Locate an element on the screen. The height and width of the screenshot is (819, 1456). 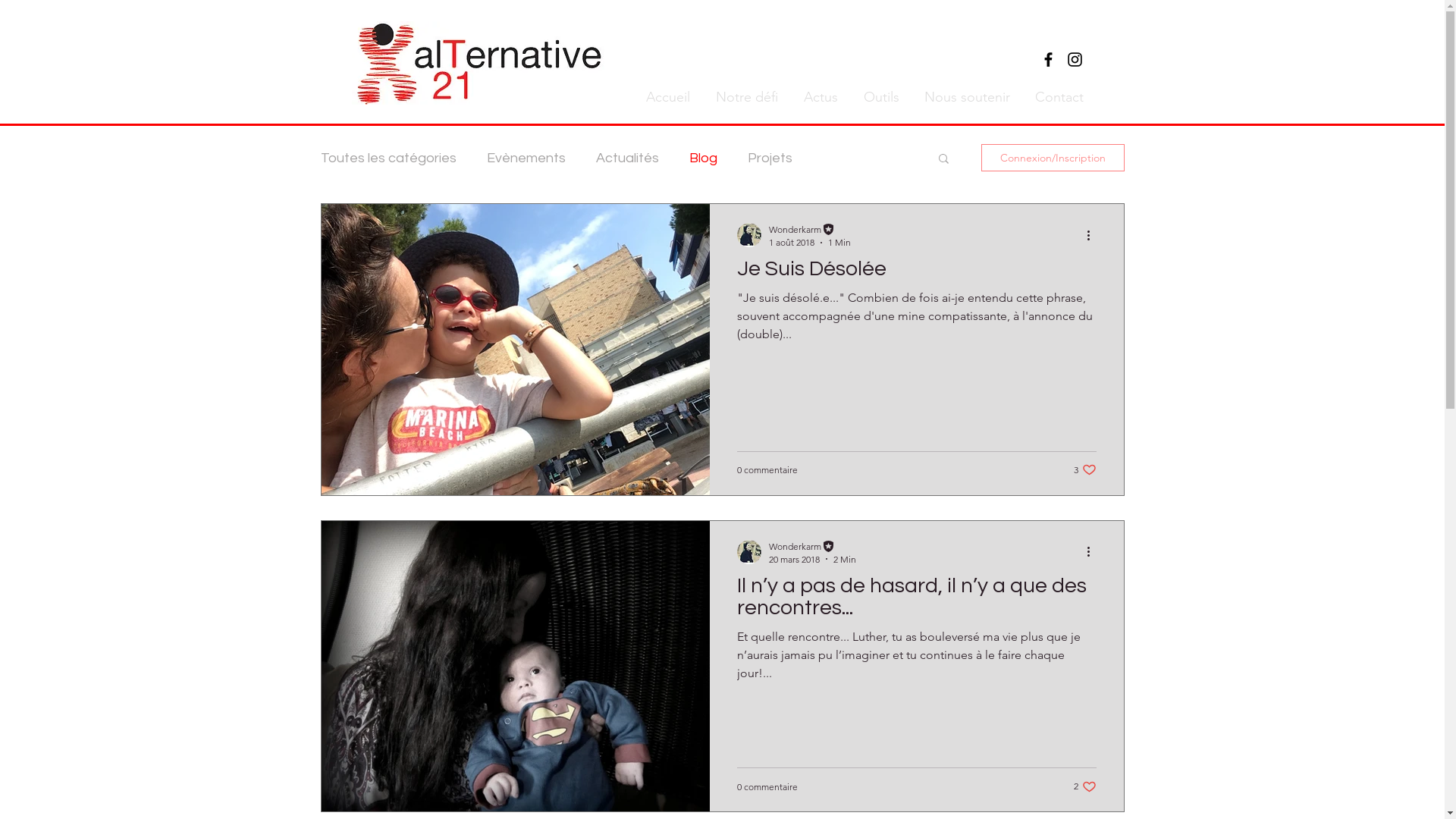
'Nous soutenir' is located at coordinates (964, 96).